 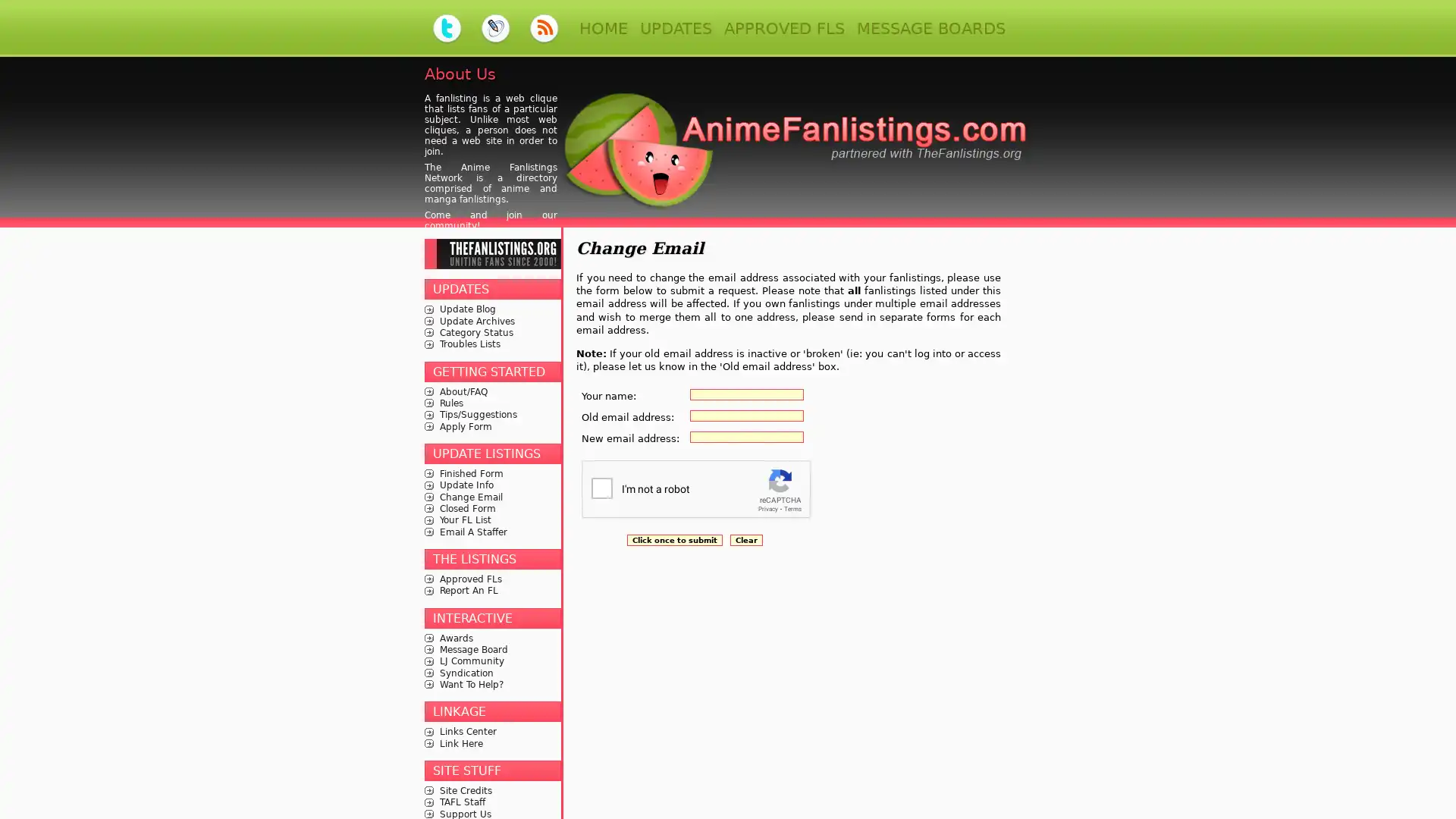 I want to click on Clear, so click(x=745, y=538).